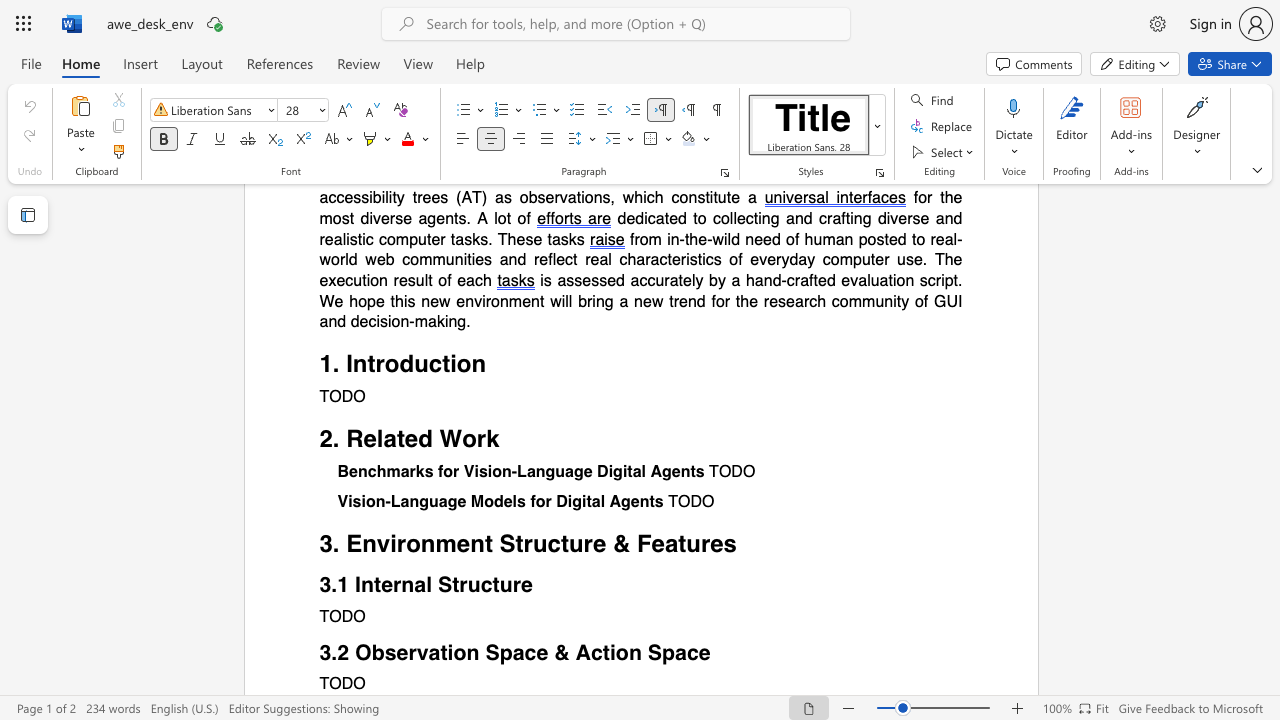 Image resolution: width=1280 pixels, height=720 pixels. Describe the element at coordinates (403, 438) in the screenshot. I see `the subset text "ed" within the text "2. Related Work"` at that location.